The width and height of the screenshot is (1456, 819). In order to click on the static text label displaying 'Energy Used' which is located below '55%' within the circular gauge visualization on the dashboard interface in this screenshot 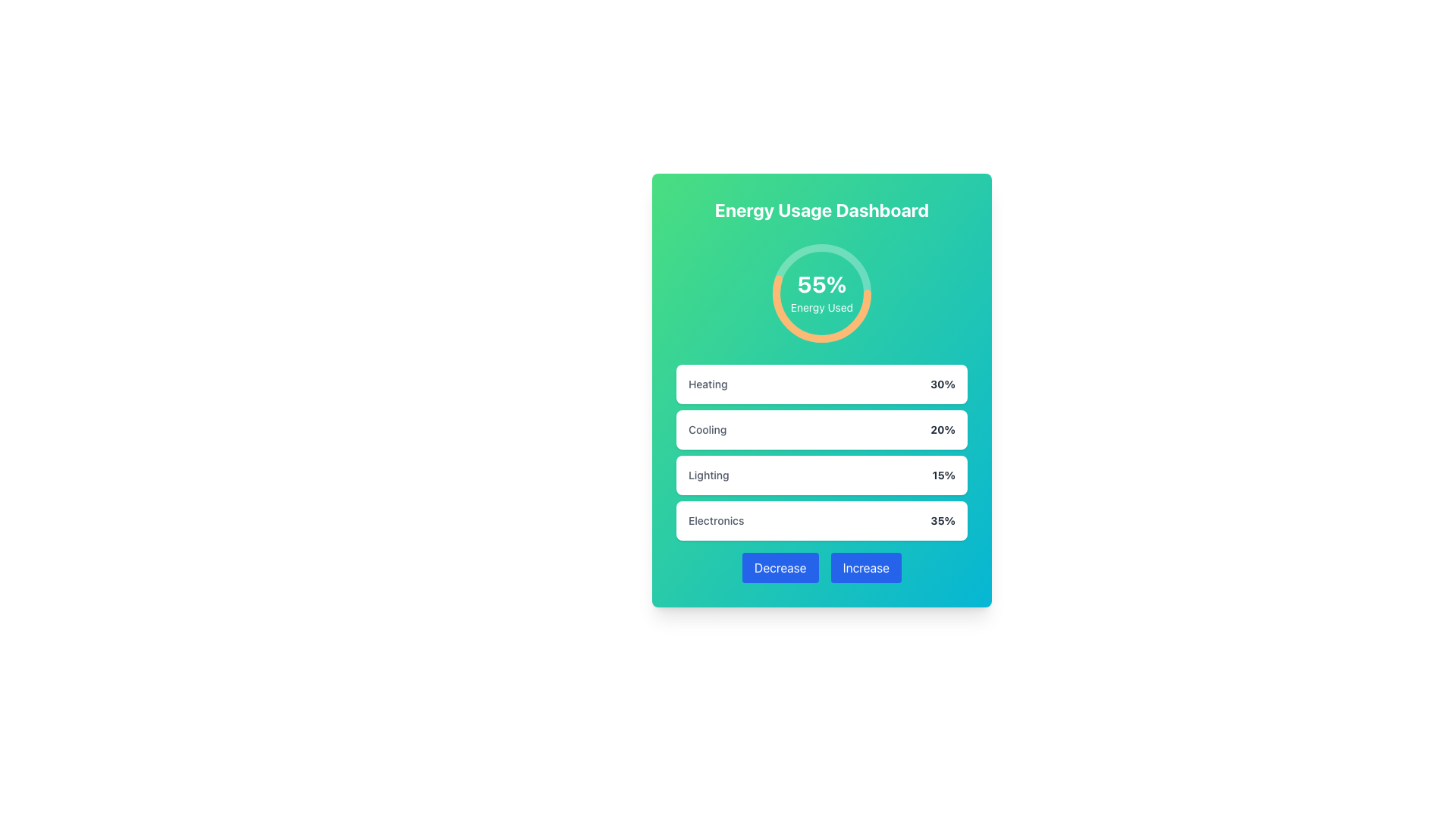, I will do `click(821, 307)`.